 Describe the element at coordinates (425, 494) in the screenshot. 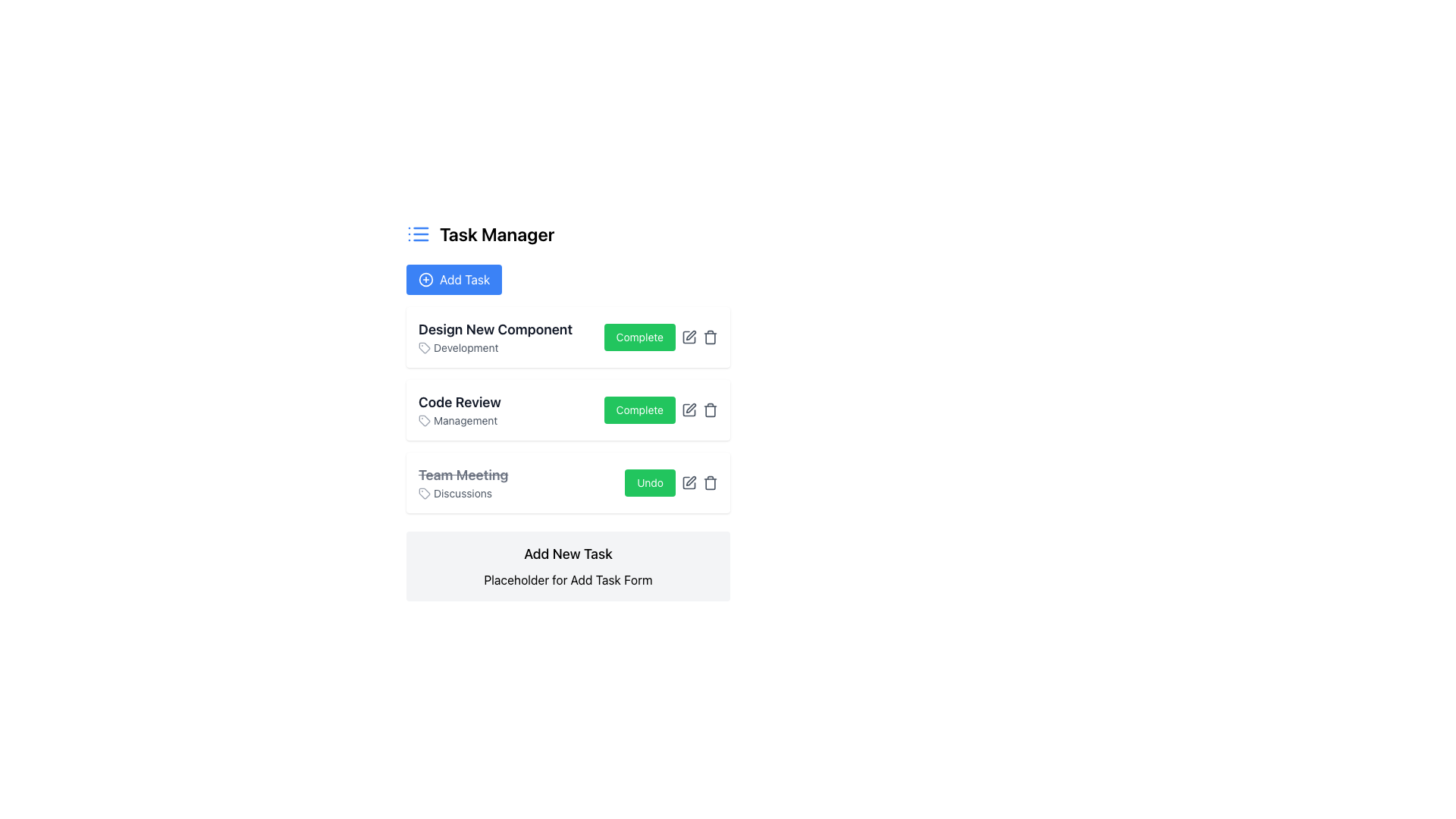

I see `the icon located to the left of the 'Discussions' text, which is the last visible entry in the list` at that location.